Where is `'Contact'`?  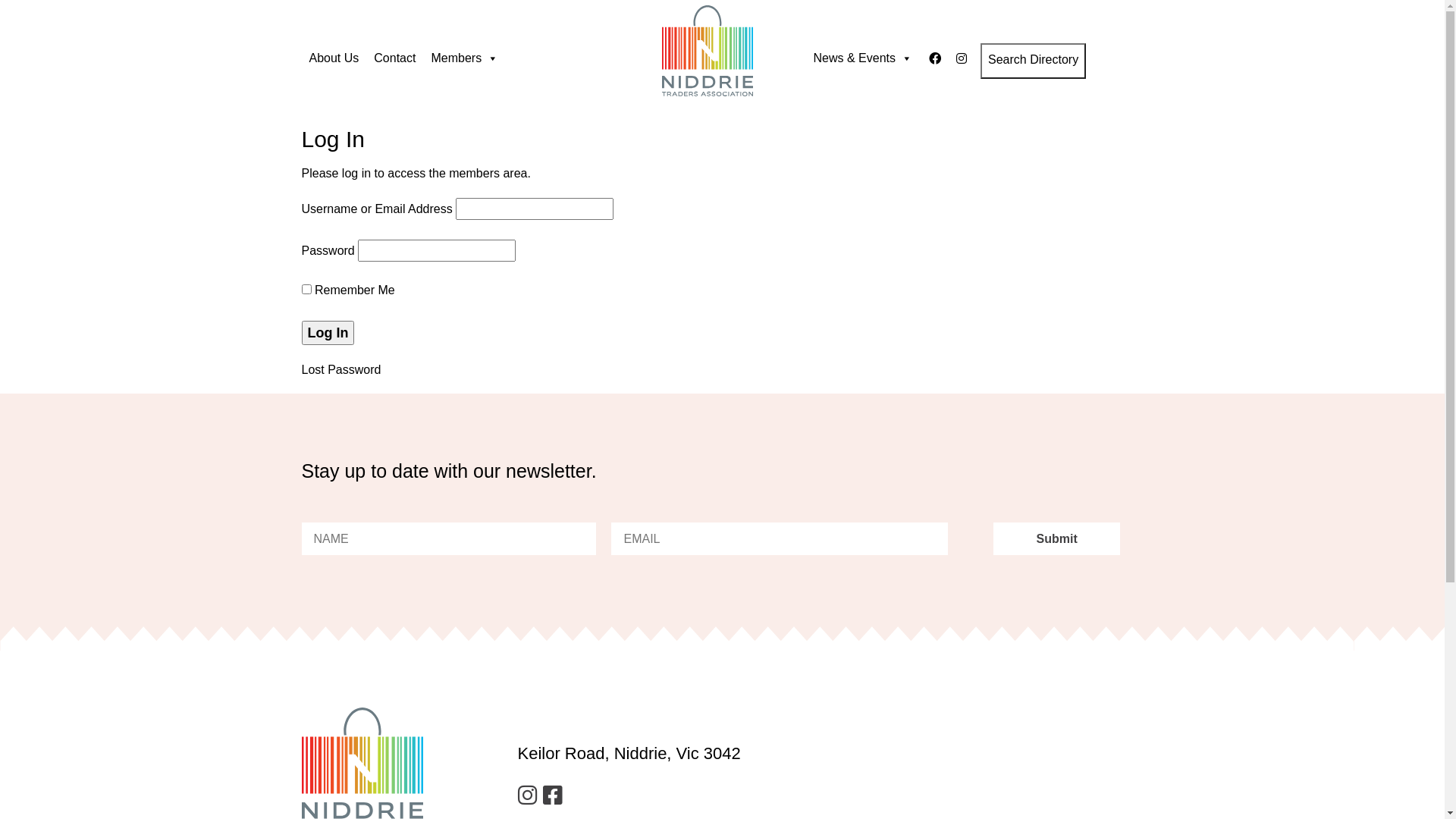 'Contact' is located at coordinates (394, 58).